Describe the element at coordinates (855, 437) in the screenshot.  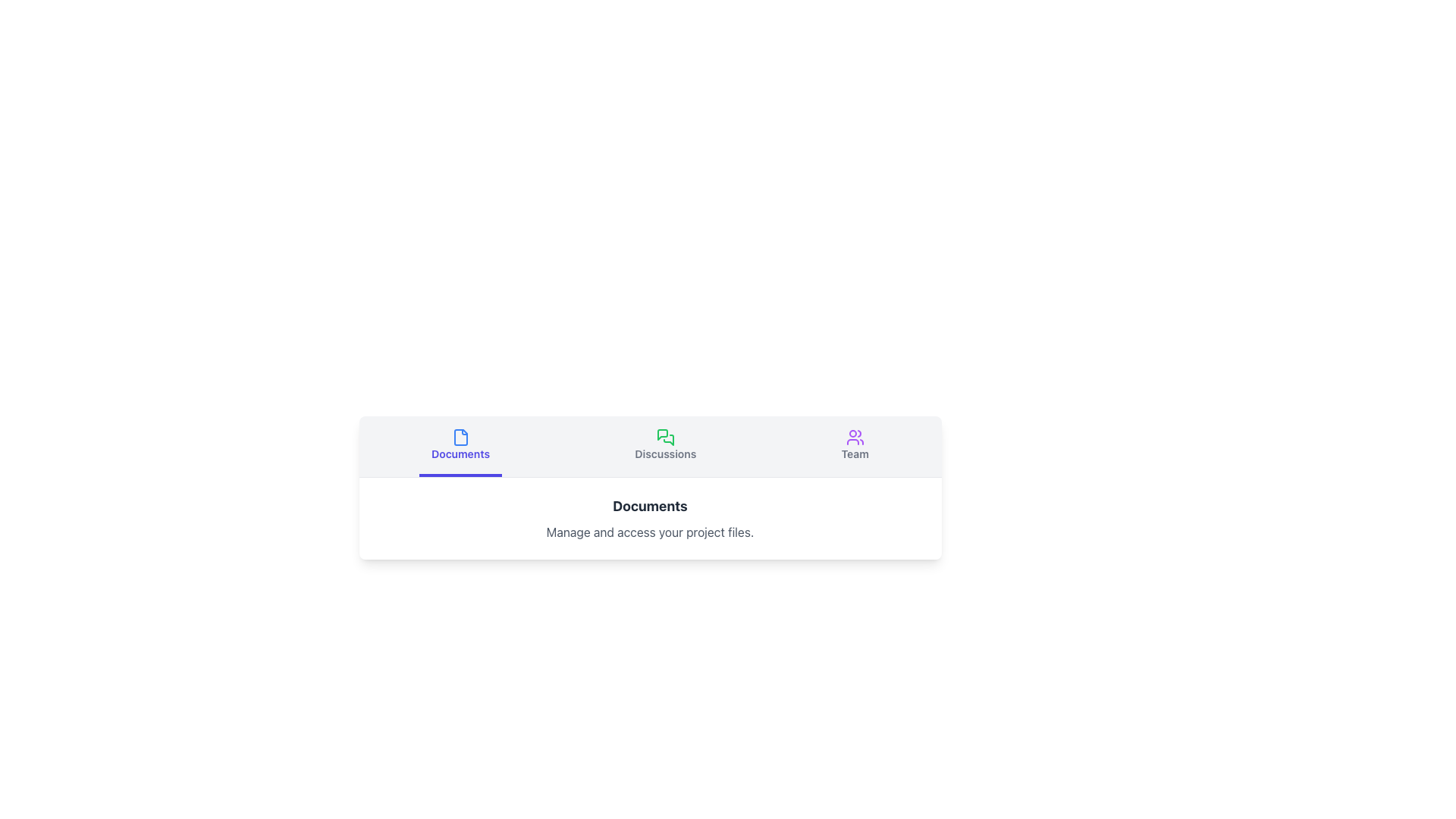
I see `the purple-colored icon depicting a group of people, which is positioned in the top-right section of the navigation menu, above the 'Team' label` at that location.